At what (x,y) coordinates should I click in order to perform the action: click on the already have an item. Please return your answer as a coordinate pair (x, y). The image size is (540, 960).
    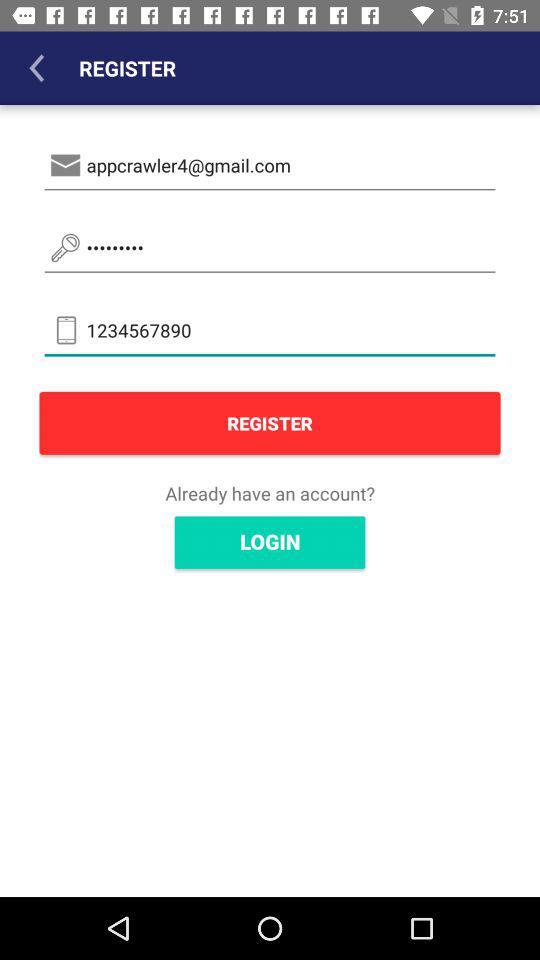
    Looking at the image, I should click on (270, 492).